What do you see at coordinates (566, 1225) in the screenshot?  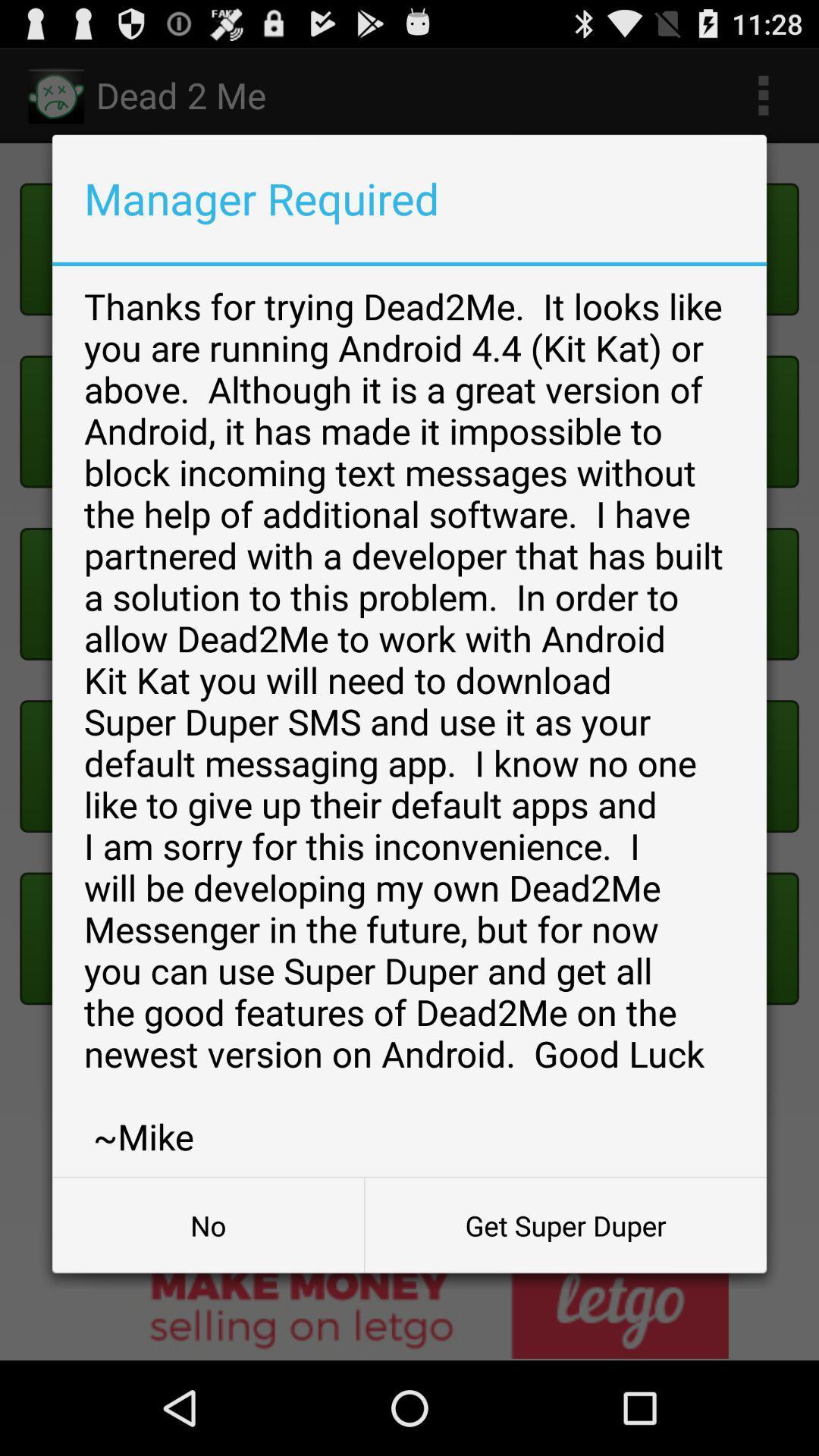 I see `icon to the right of the no button` at bounding box center [566, 1225].